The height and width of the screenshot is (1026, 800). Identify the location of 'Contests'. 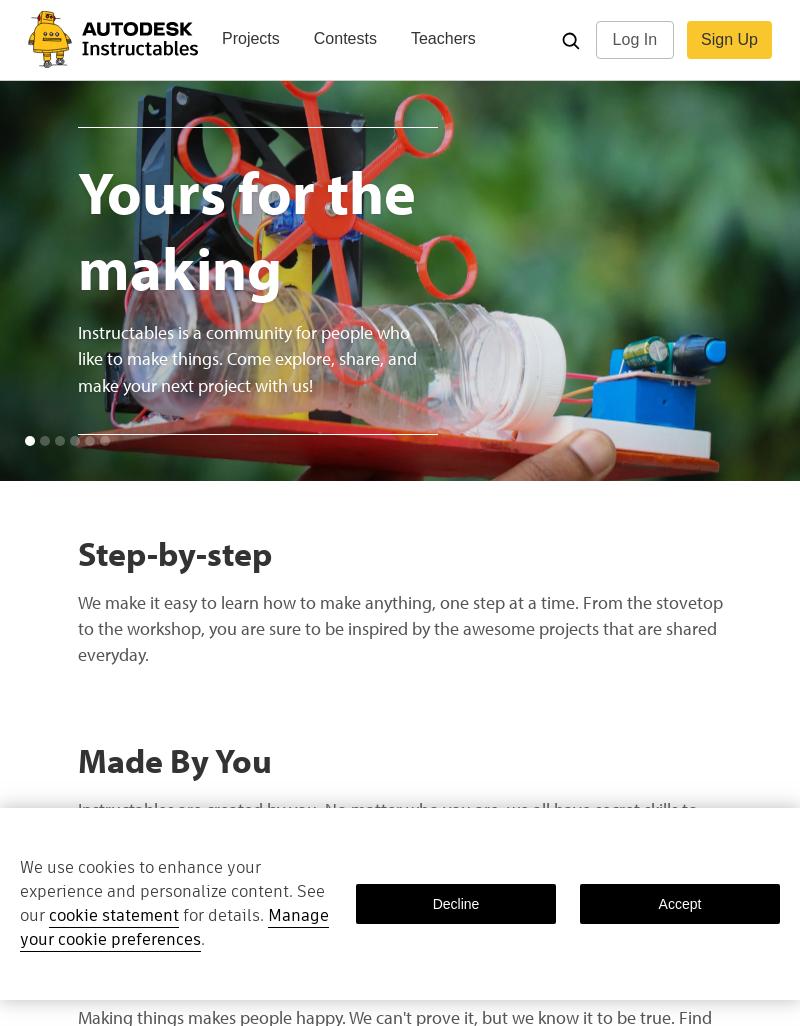
(344, 38).